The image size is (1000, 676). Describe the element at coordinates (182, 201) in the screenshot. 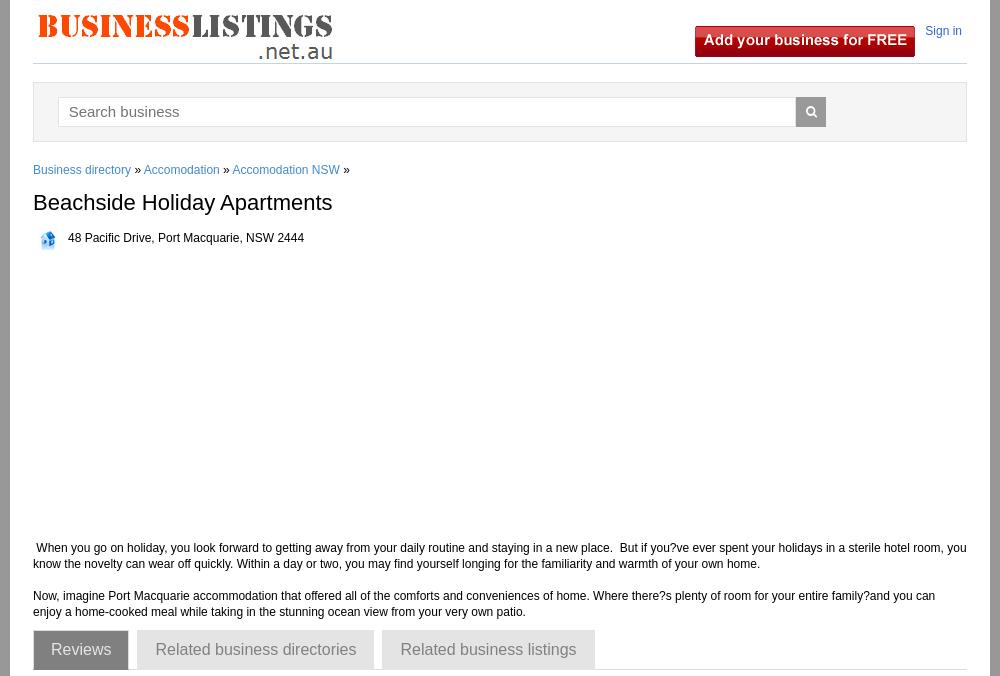

I see `'Beachside Holiday Apartments'` at that location.